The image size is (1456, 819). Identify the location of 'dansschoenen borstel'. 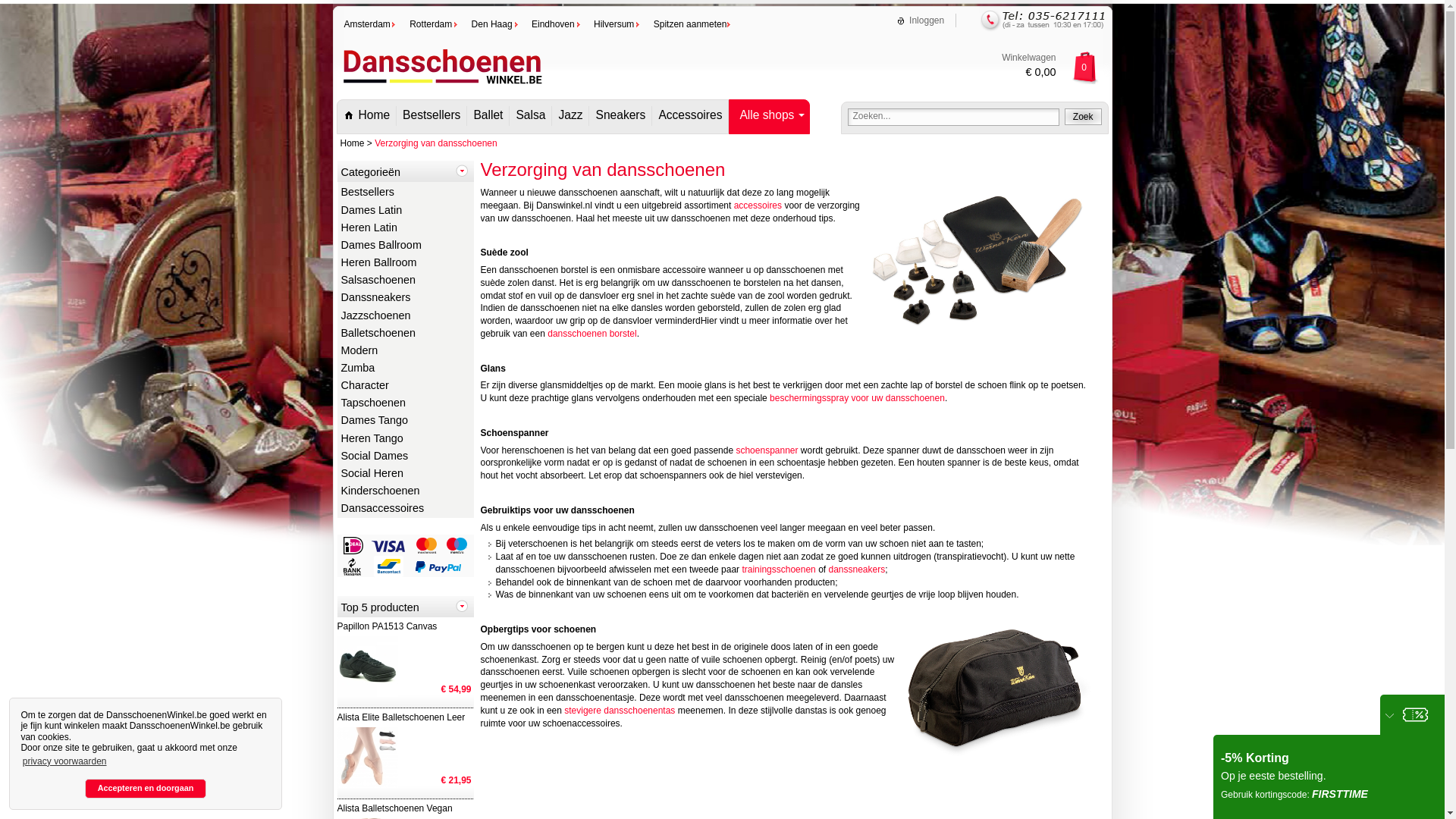
(591, 332).